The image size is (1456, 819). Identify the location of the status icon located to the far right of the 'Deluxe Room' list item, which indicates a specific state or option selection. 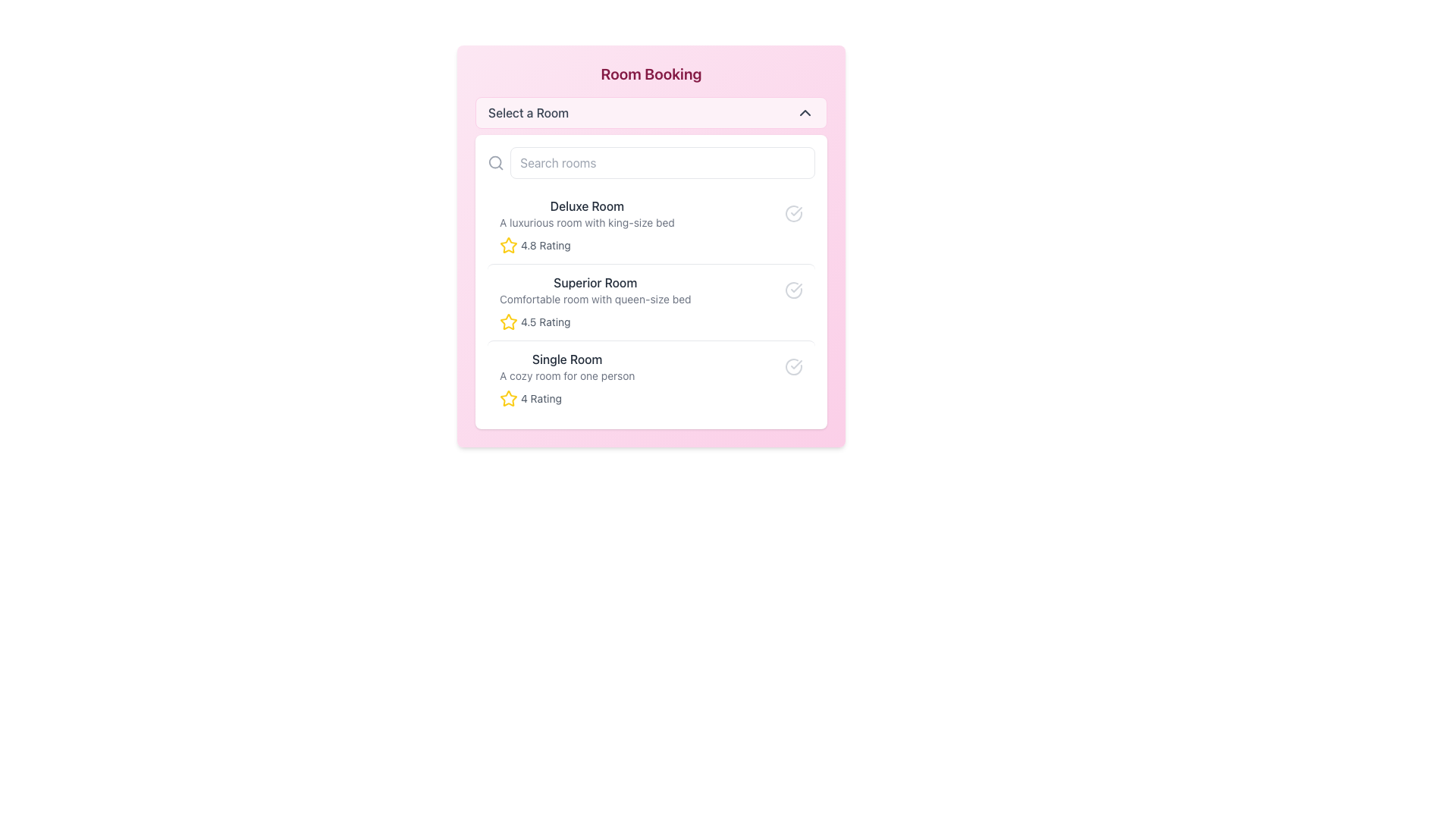
(792, 213).